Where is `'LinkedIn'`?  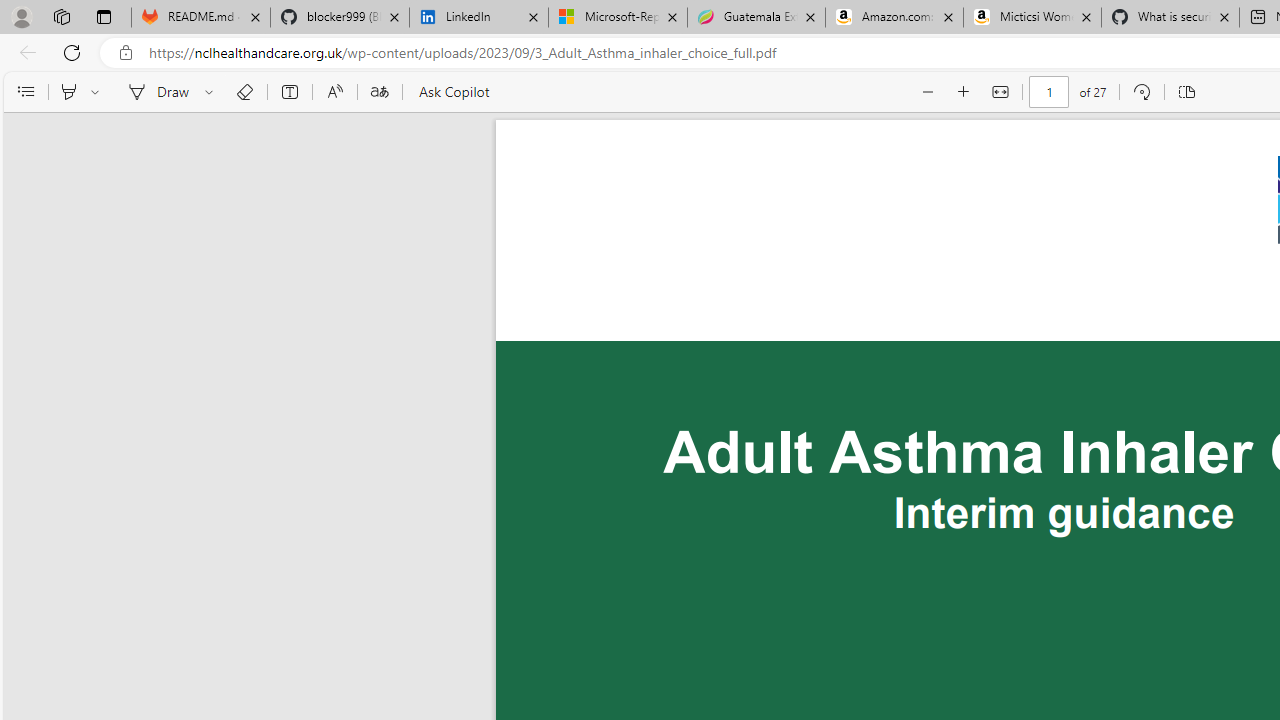
'LinkedIn' is located at coordinates (477, 17).